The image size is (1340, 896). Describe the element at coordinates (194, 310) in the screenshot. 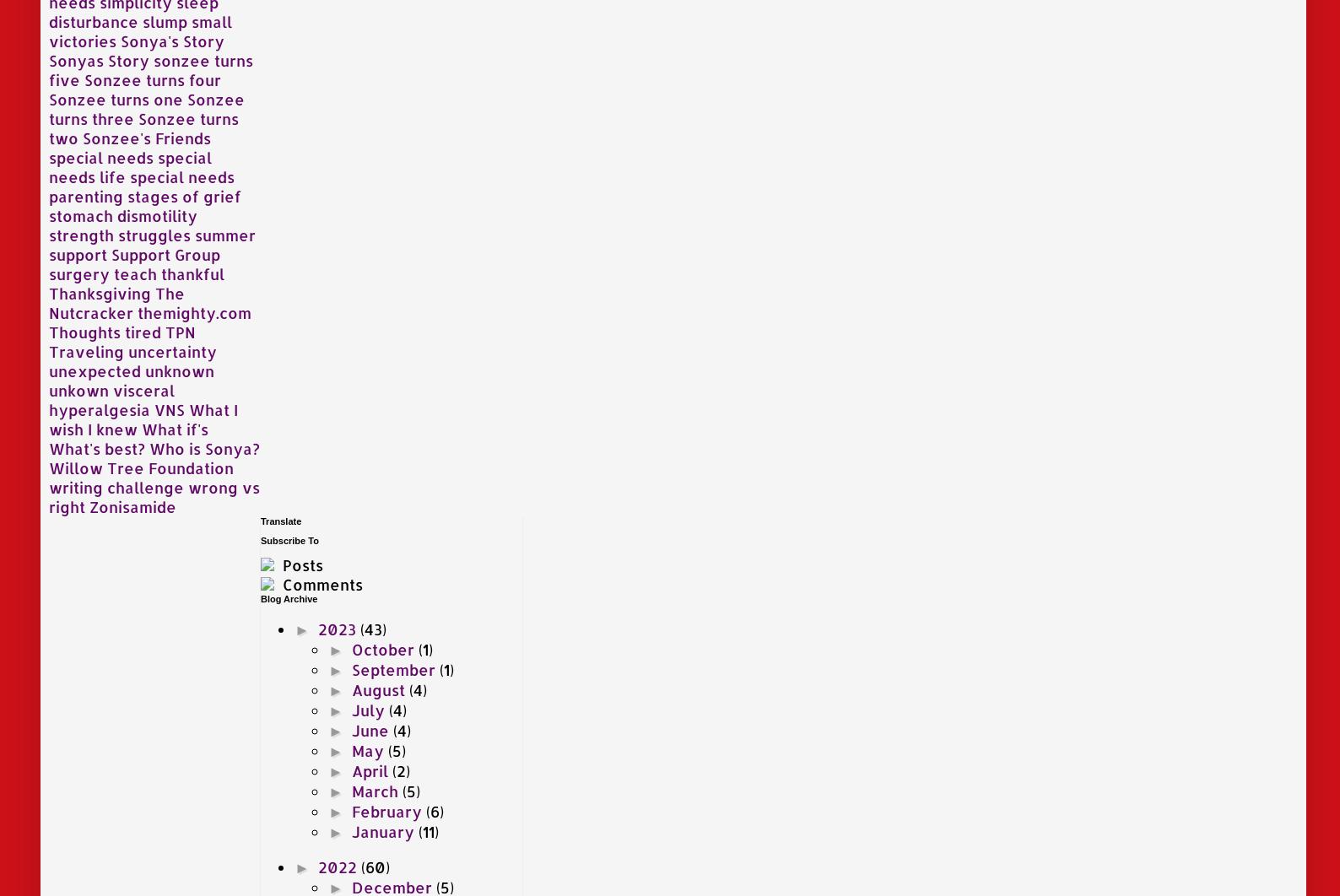

I see `'themighty.com'` at that location.